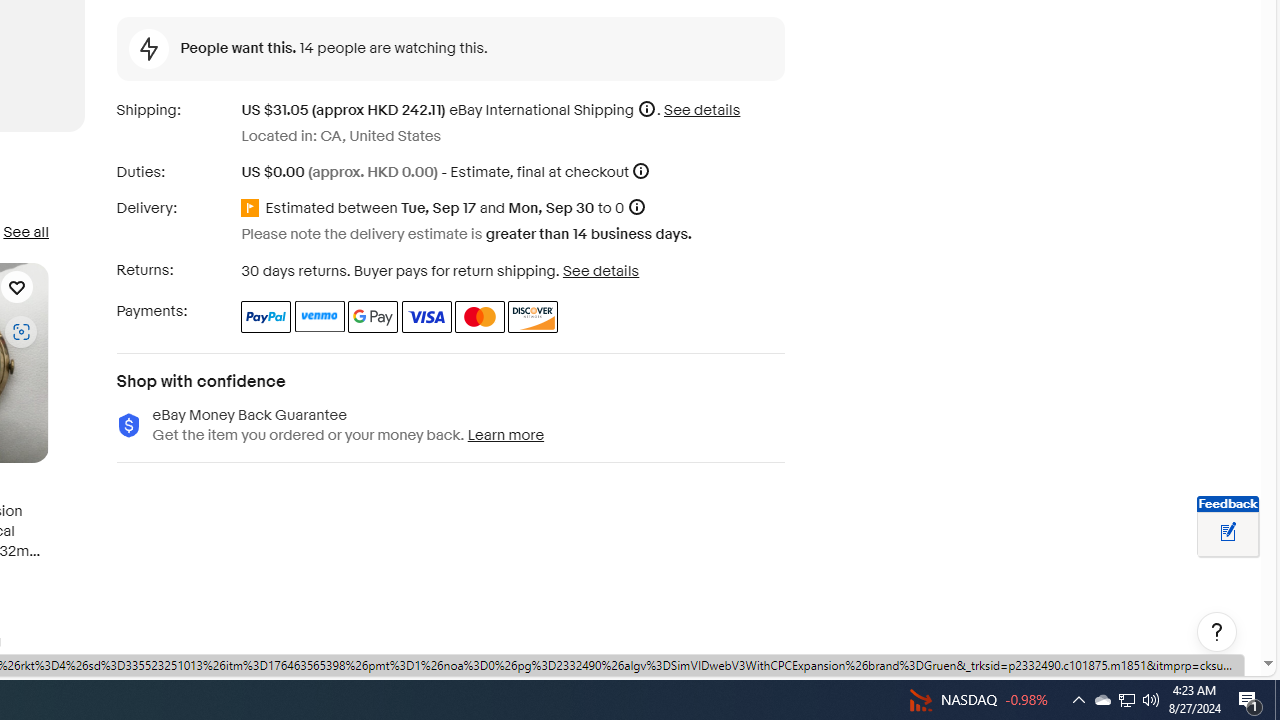  I want to click on 'See details - for more information about returns', so click(599, 270).